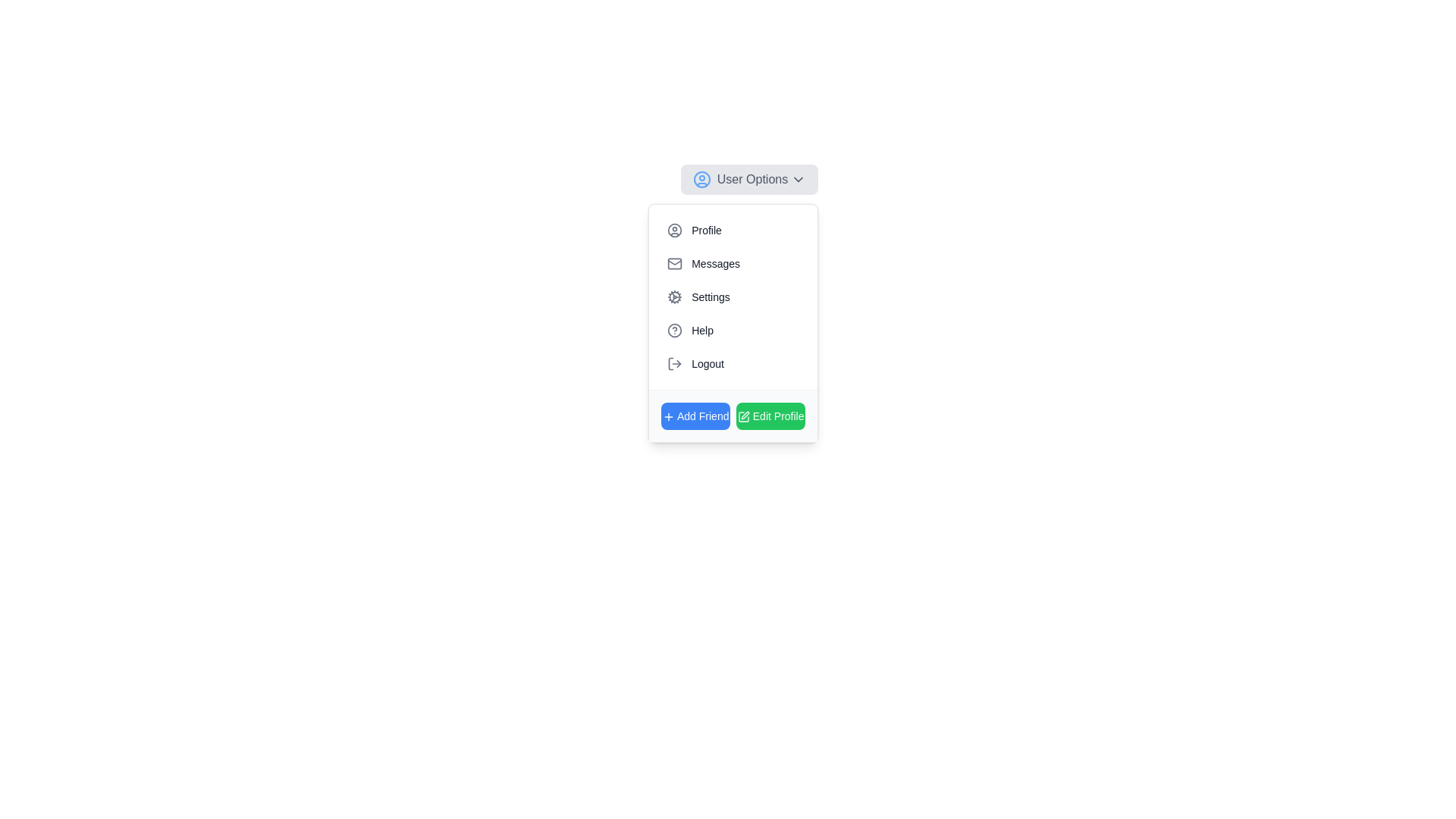 The height and width of the screenshot is (819, 1456). Describe the element at coordinates (733, 262) in the screenshot. I see `the 'Messages' button, which is a text button with an envelope icon, located in the second row of the vertical menu list under the 'User Options' dropdown, following the 'Profile' option and preceding the 'Settings' option` at that location.